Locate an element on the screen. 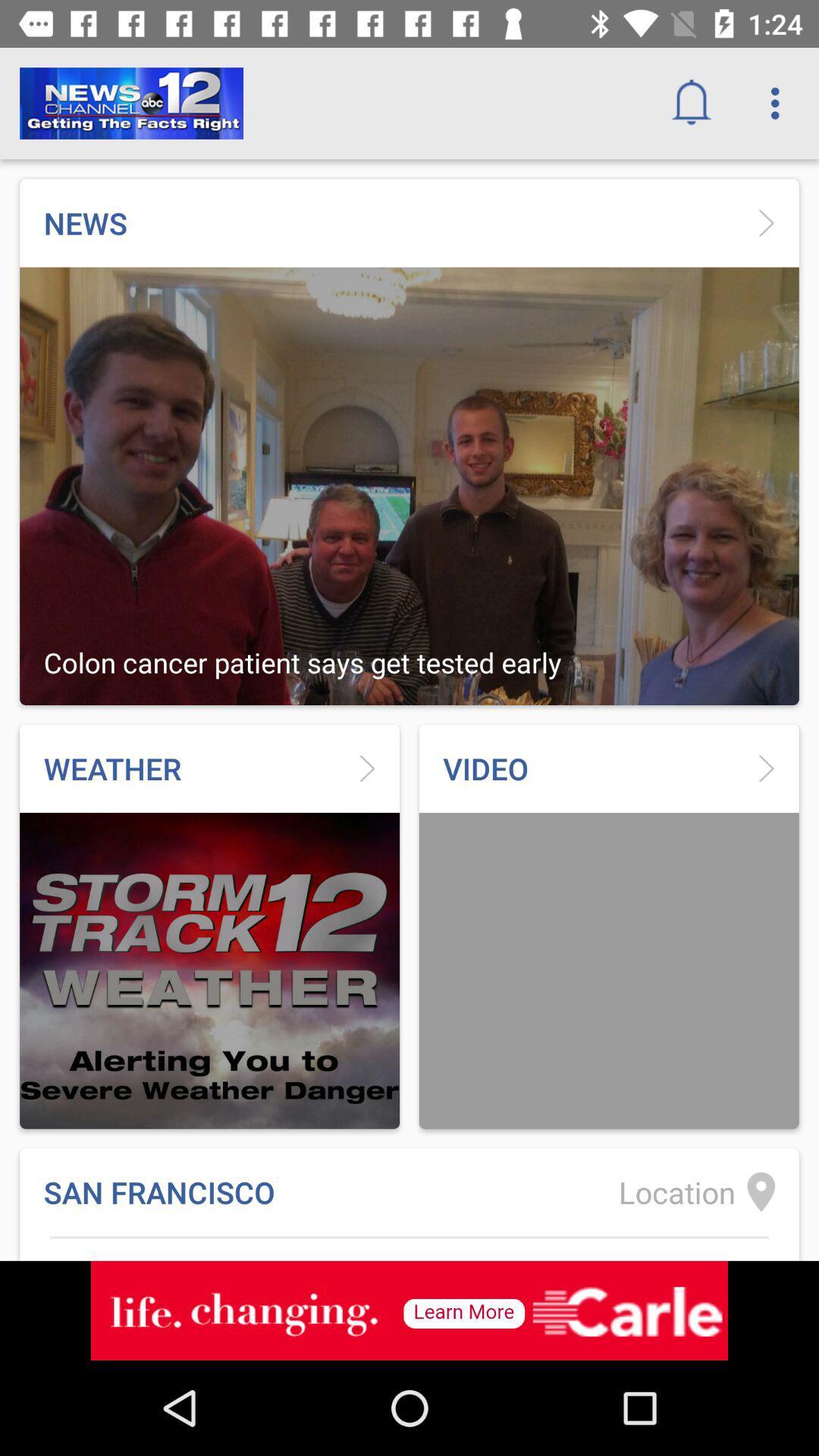 This screenshot has height=1456, width=819. the weather picture at the bottom is located at coordinates (209, 971).